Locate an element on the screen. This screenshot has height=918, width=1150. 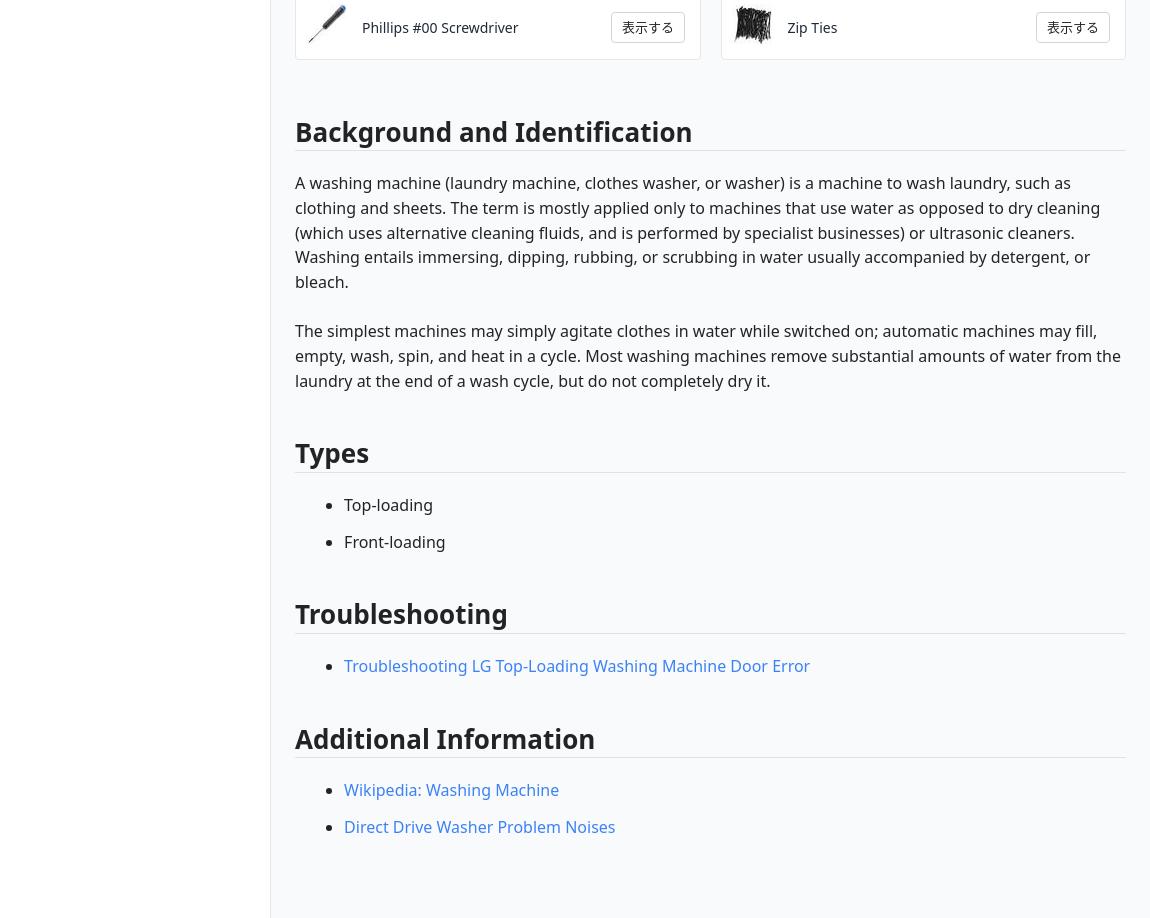
'Troubleshooting LG Top-Loading Washing Machine Door Error' is located at coordinates (575, 664).